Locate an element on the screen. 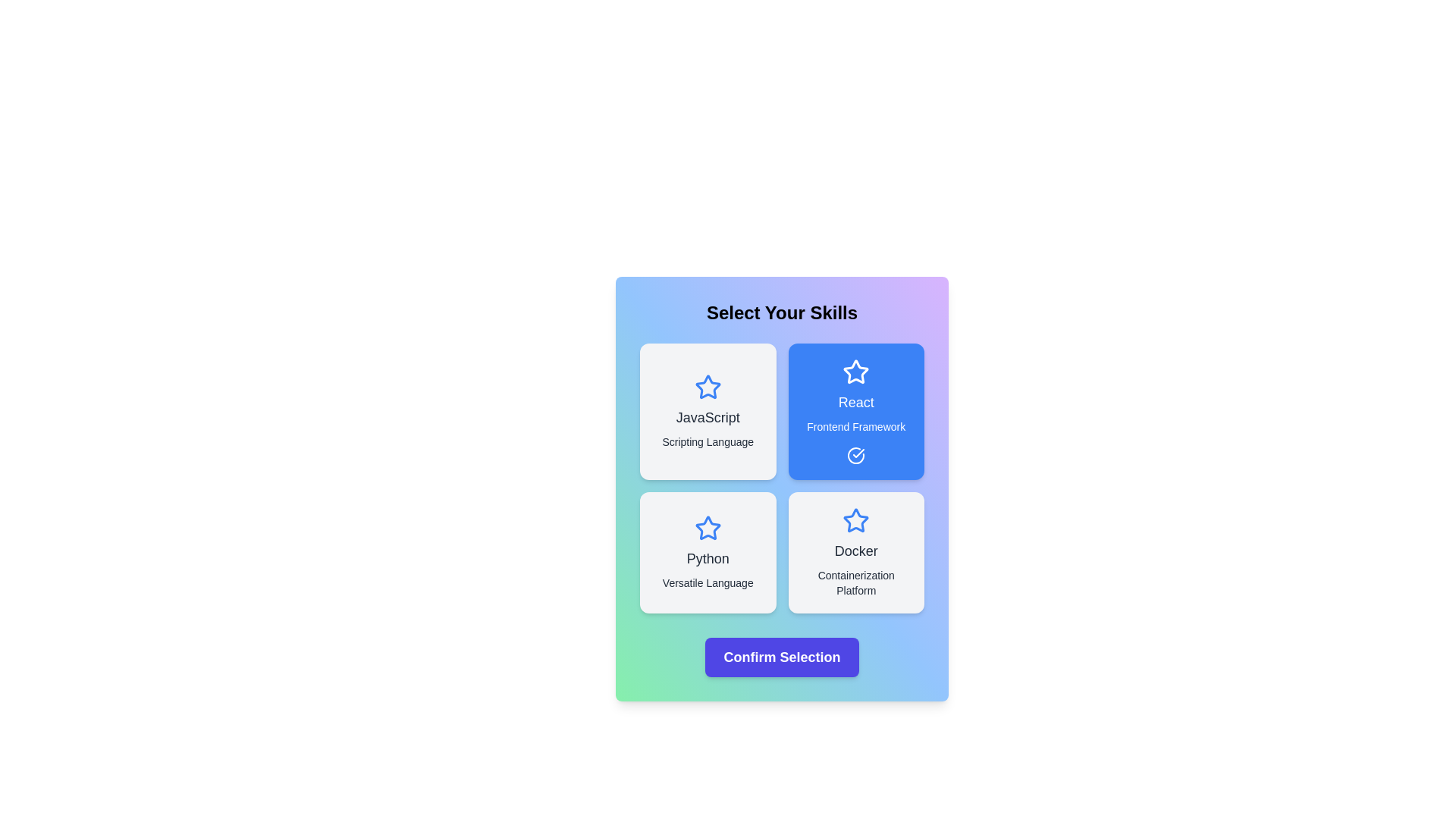 The height and width of the screenshot is (819, 1456). the skill card labeled JavaScript is located at coordinates (707, 412).